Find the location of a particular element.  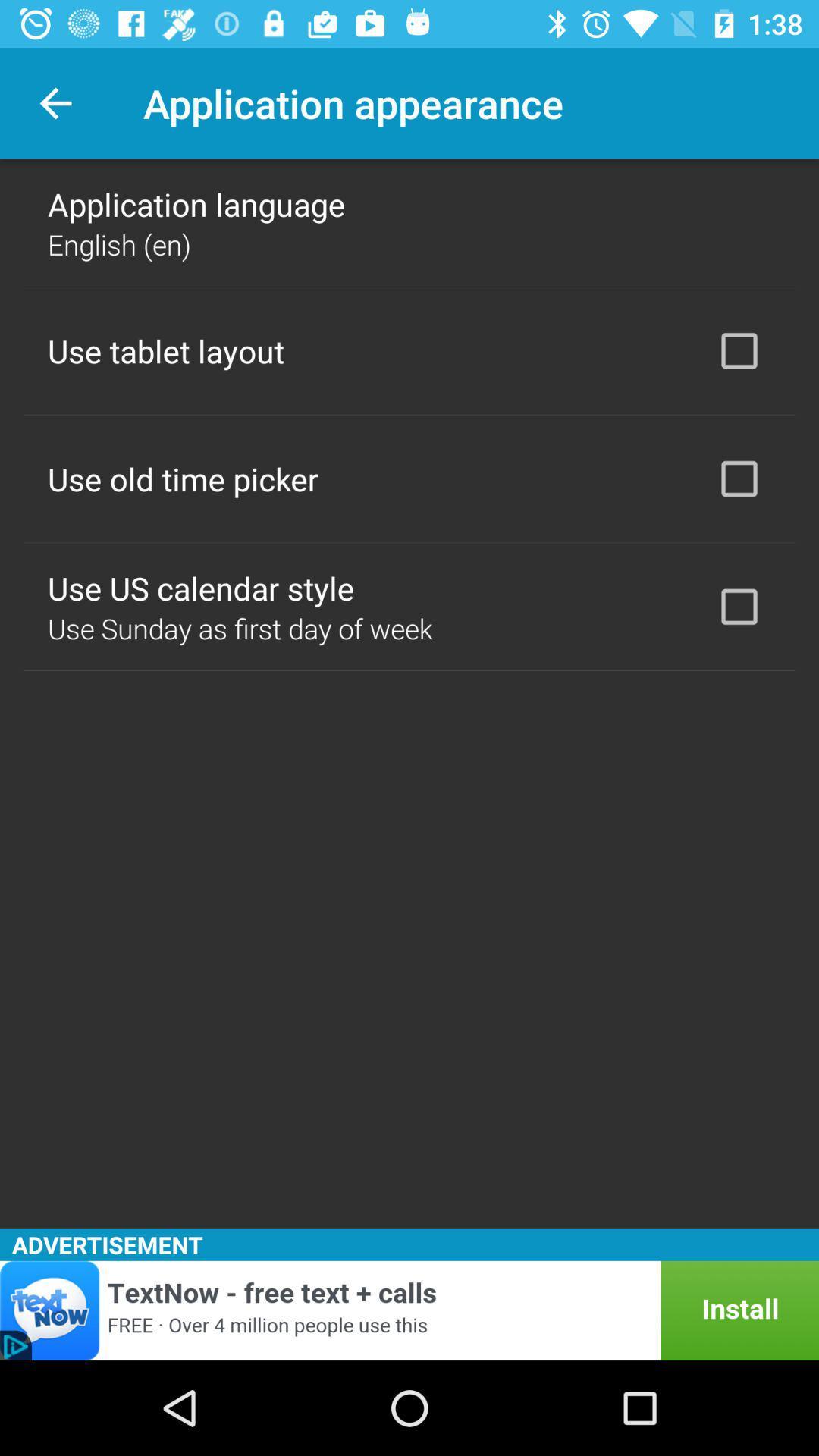

icon above the application language icon is located at coordinates (55, 102).